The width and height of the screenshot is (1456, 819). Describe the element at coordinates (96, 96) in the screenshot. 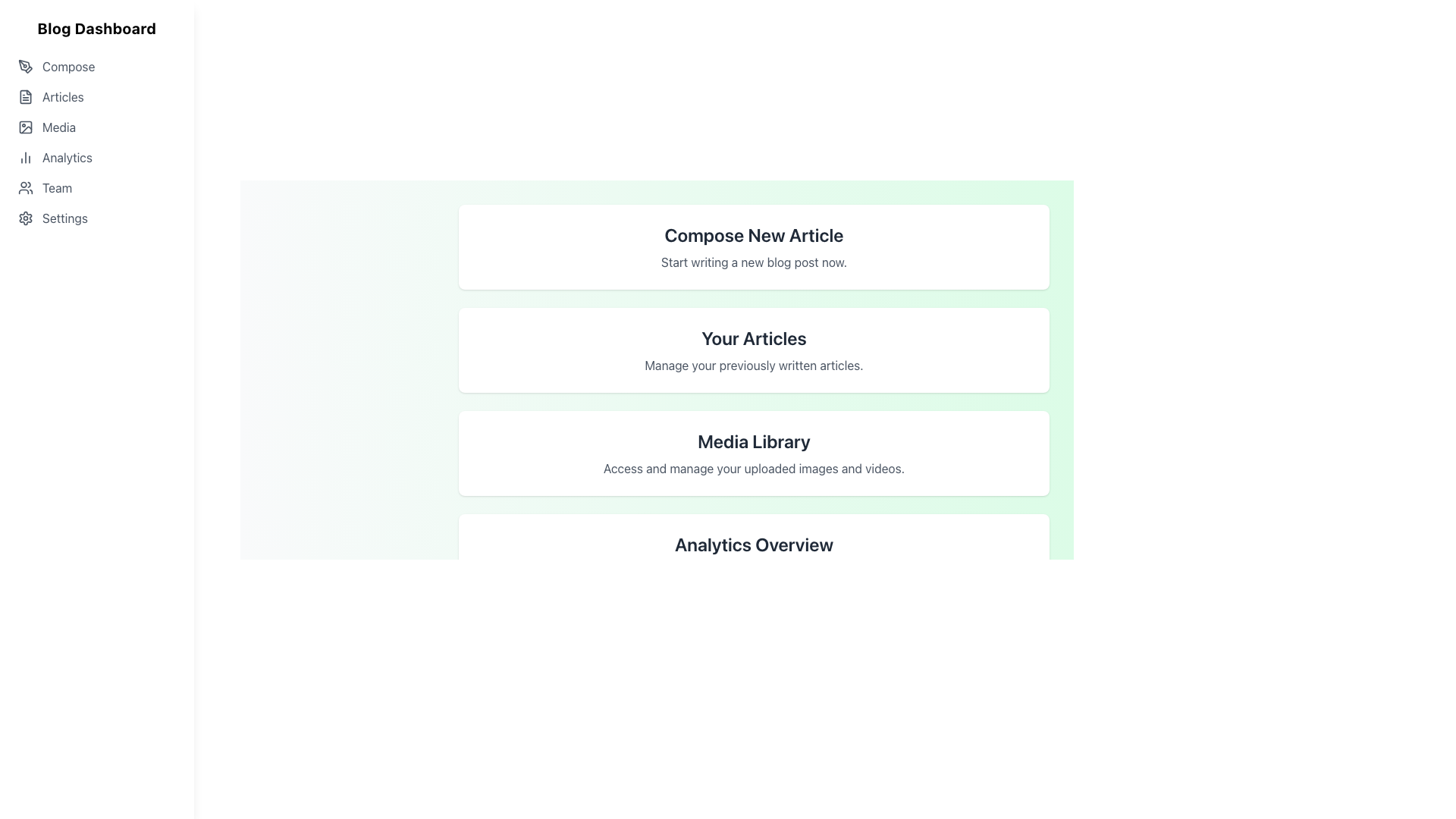

I see `on the 'Articles' navigation link located as the second item in the vertical navigation list on the left side of the interface` at that location.